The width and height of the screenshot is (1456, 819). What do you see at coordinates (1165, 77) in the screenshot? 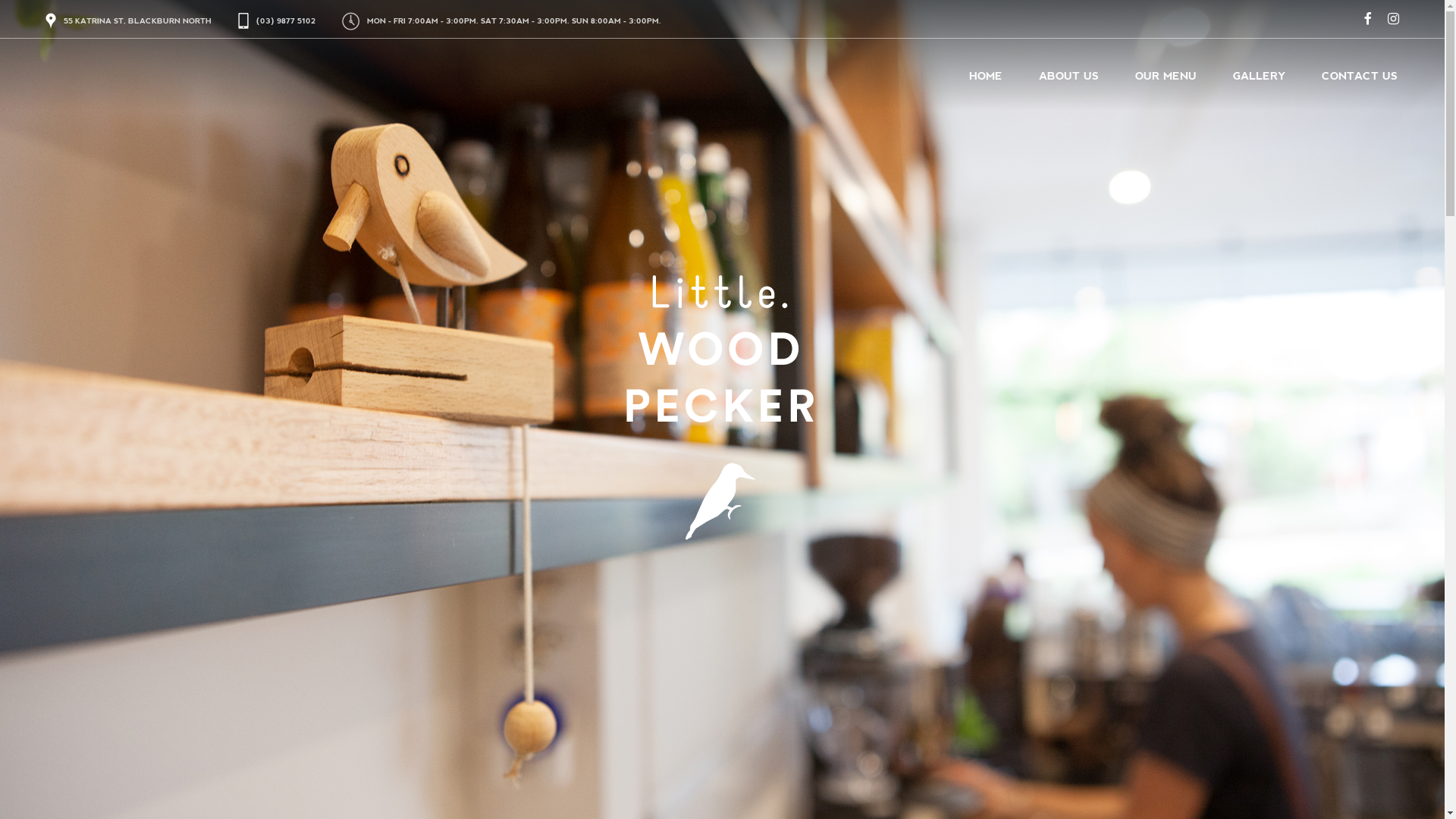
I see `'OUR MENU'` at bounding box center [1165, 77].